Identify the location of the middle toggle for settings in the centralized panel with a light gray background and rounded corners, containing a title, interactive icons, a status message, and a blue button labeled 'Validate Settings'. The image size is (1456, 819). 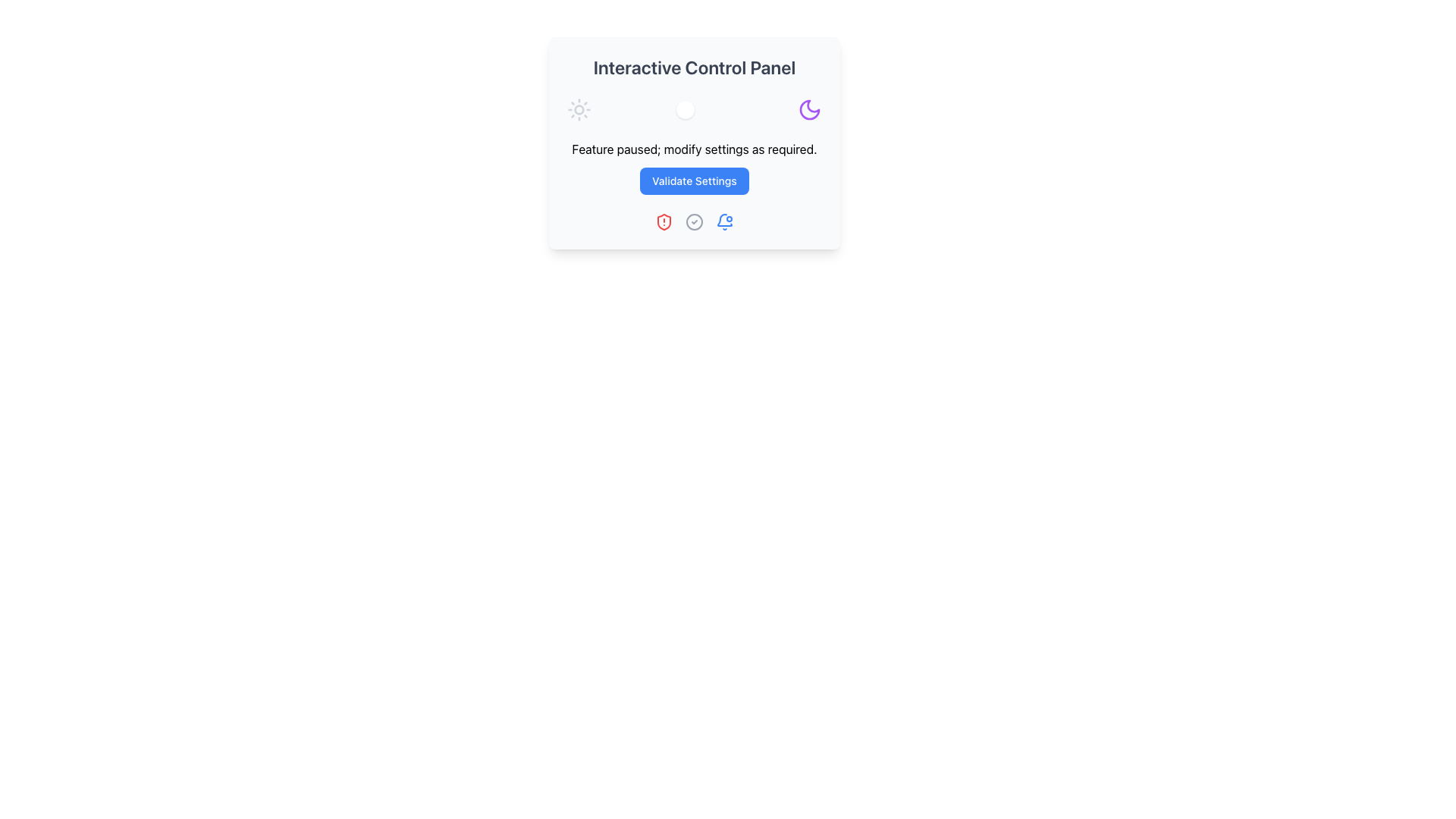
(694, 143).